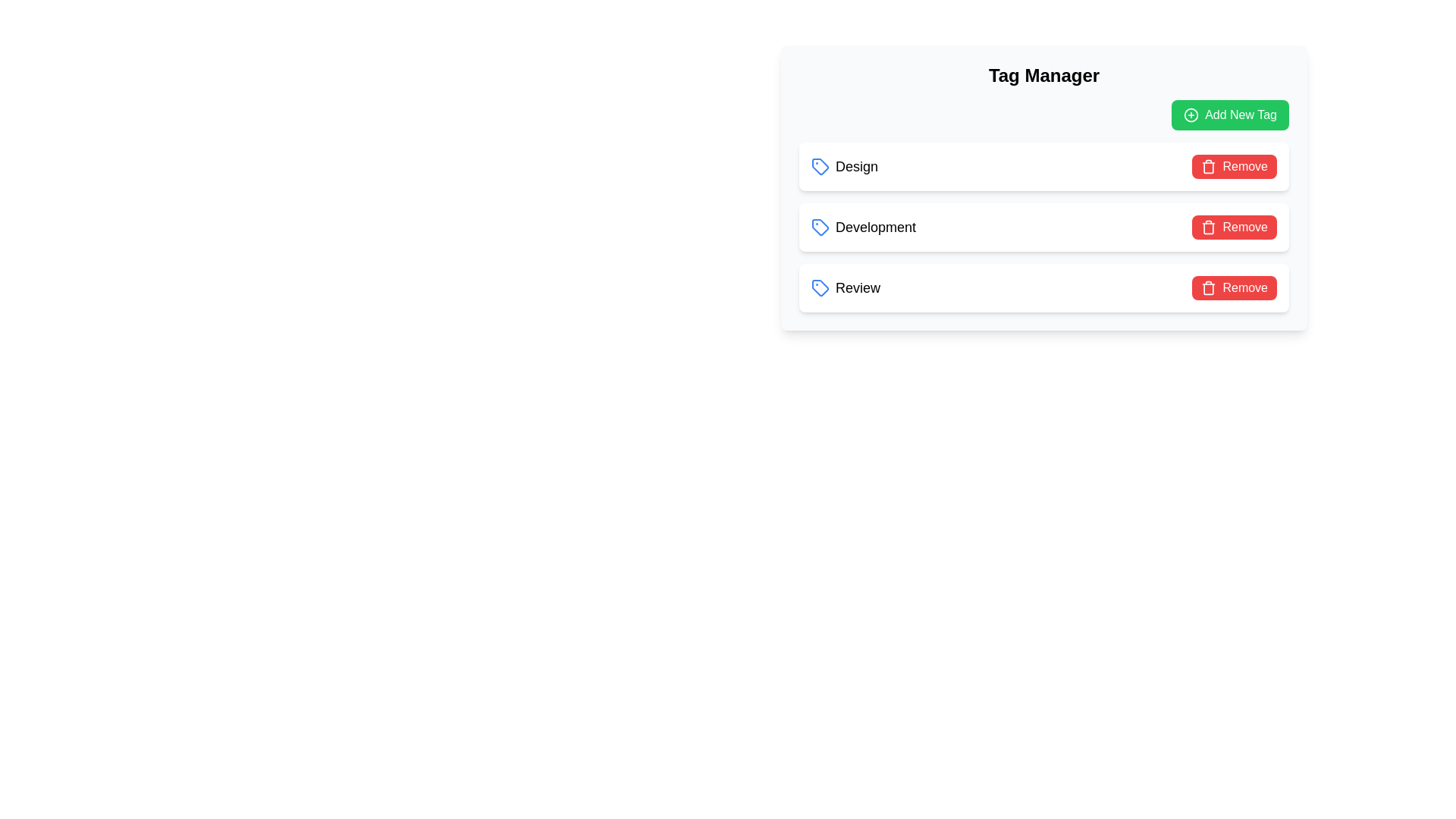 This screenshot has width=1456, height=819. Describe the element at coordinates (1208, 288) in the screenshot. I see `the 'Remove' icon with a red background located to the right of the 'Design' tag in the vertical list of tags to potentially see a tooltip` at that location.